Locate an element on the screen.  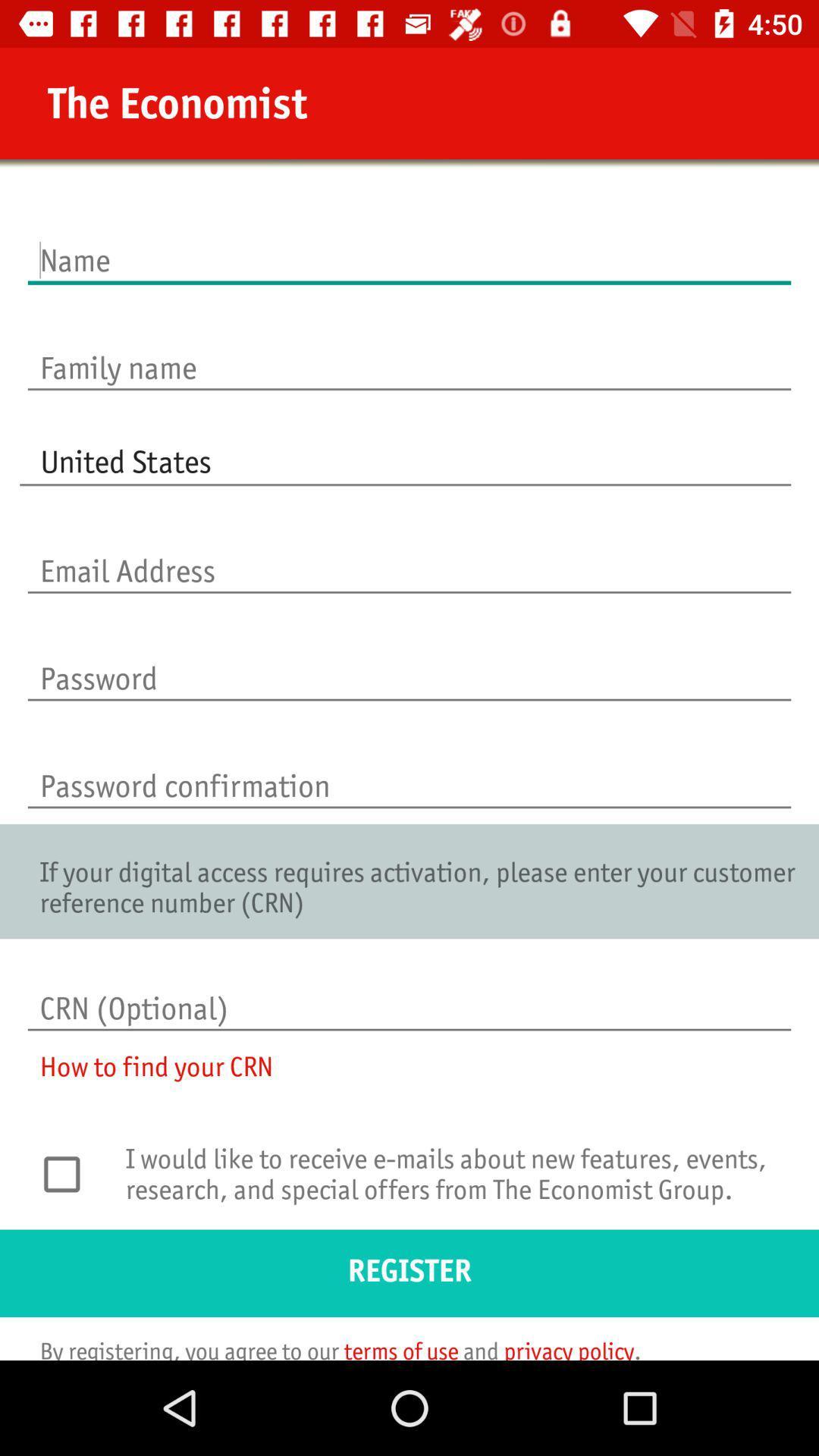
re-enter password is located at coordinates (409, 770).